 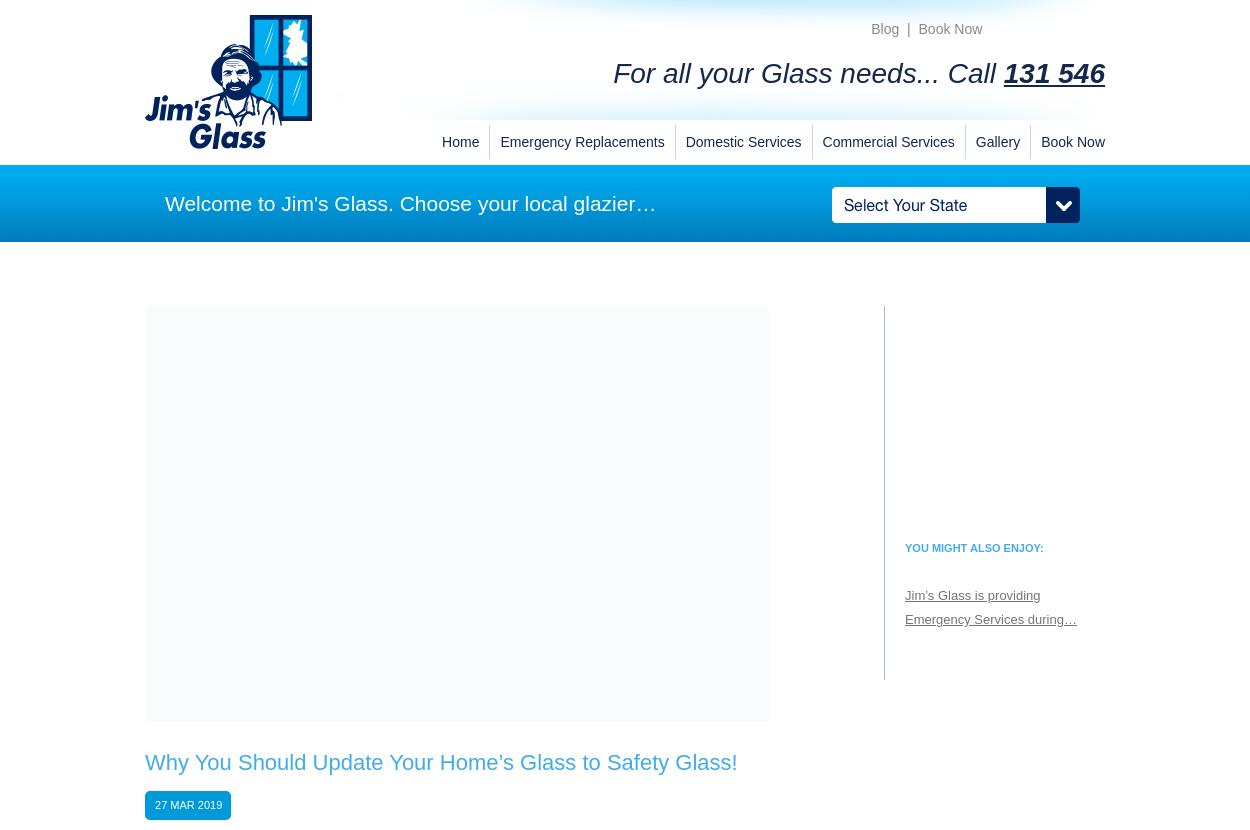 What do you see at coordinates (1054, 72) in the screenshot?
I see `'131 546'` at bounding box center [1054, 72].